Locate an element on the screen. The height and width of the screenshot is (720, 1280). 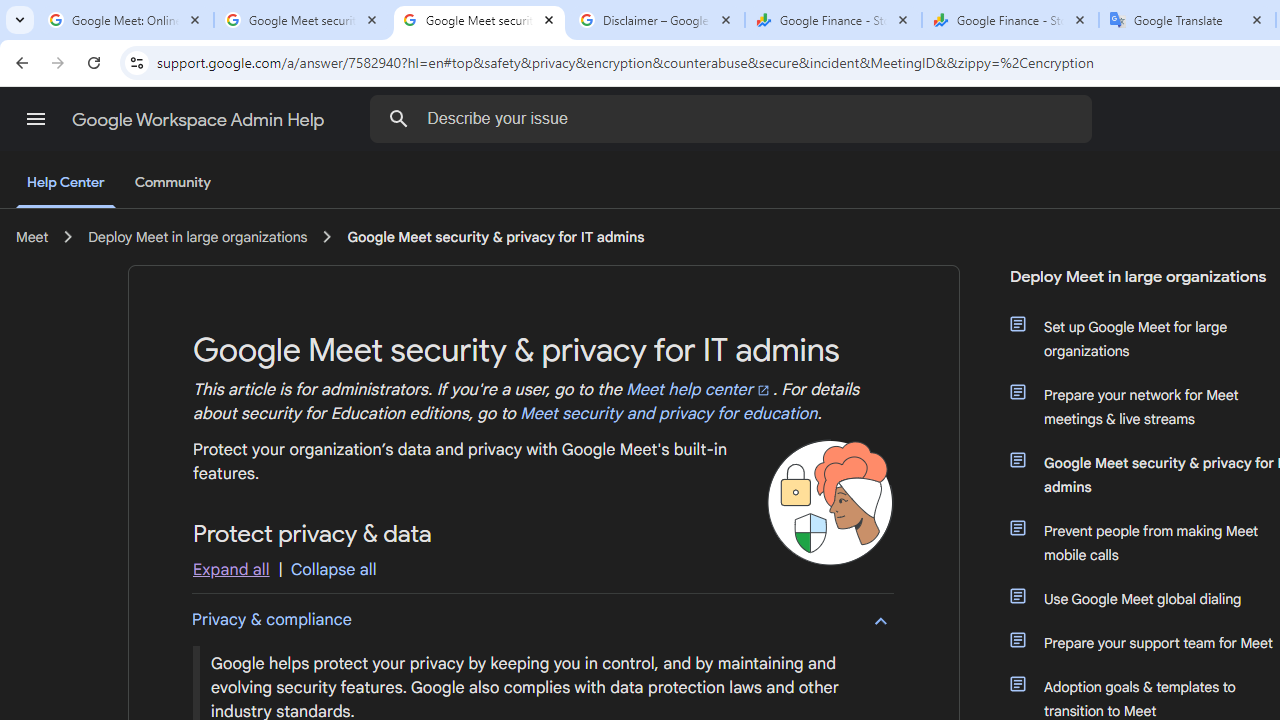
'Deploy Meet in large organizations' is located at coordinates (198, 236).